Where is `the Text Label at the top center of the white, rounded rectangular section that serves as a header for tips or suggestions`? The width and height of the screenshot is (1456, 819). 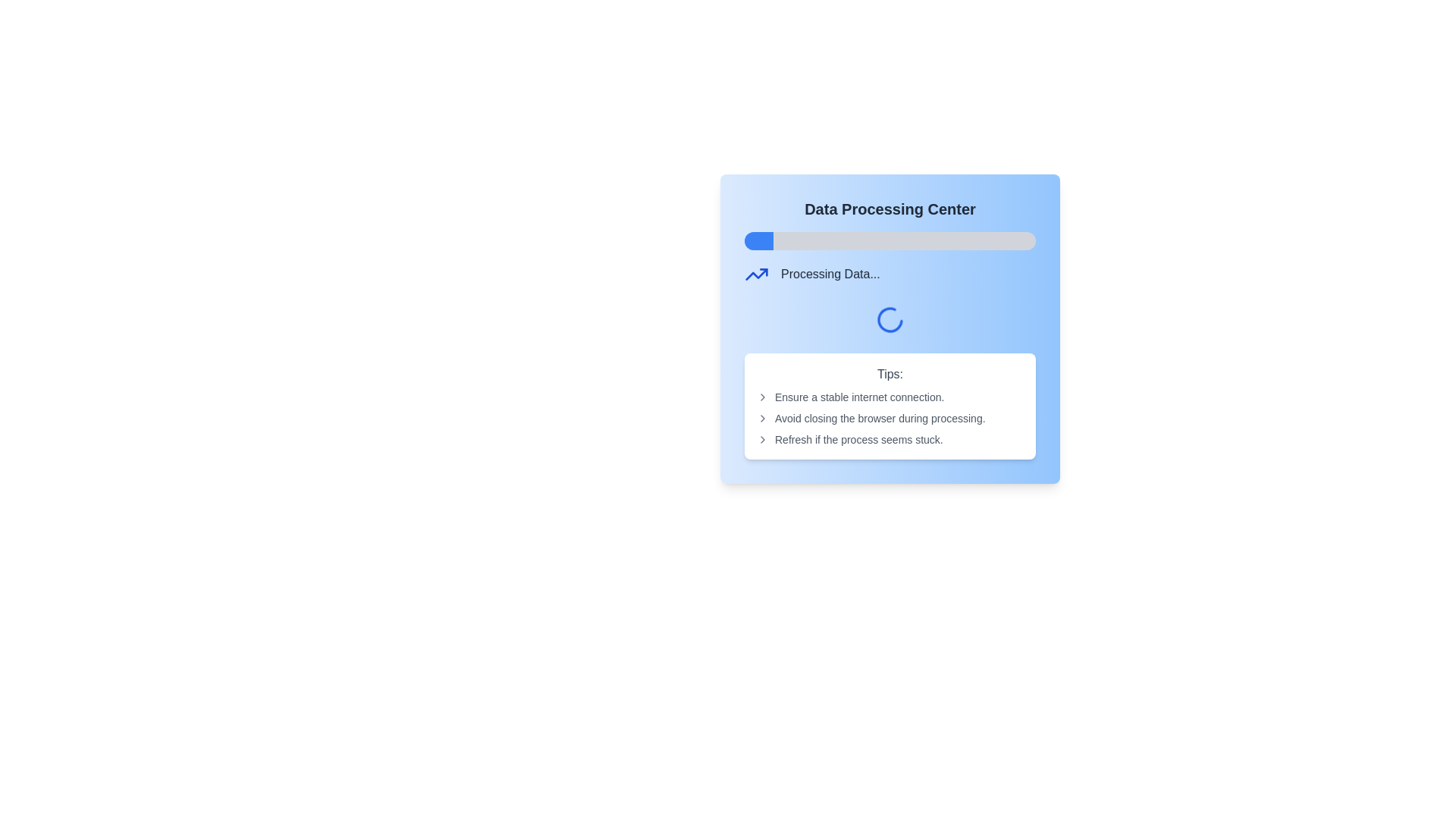
the Text Label at the top center of the white, rounded rectangular section that serves as a header for tips or suggestions is located at coordinates (890, 374).